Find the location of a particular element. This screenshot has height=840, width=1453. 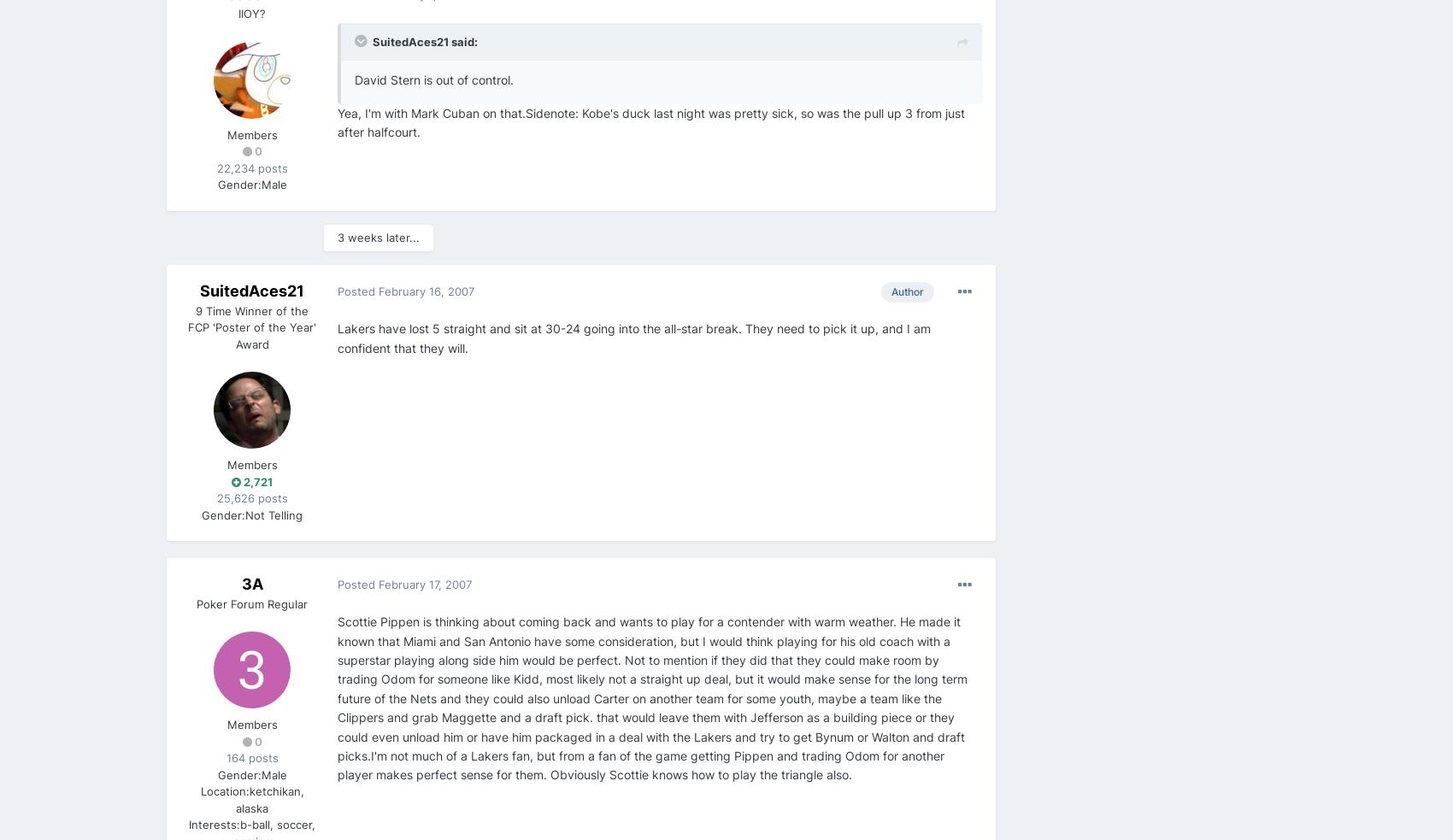

'164 posts' is located at coordinates (226, 757).